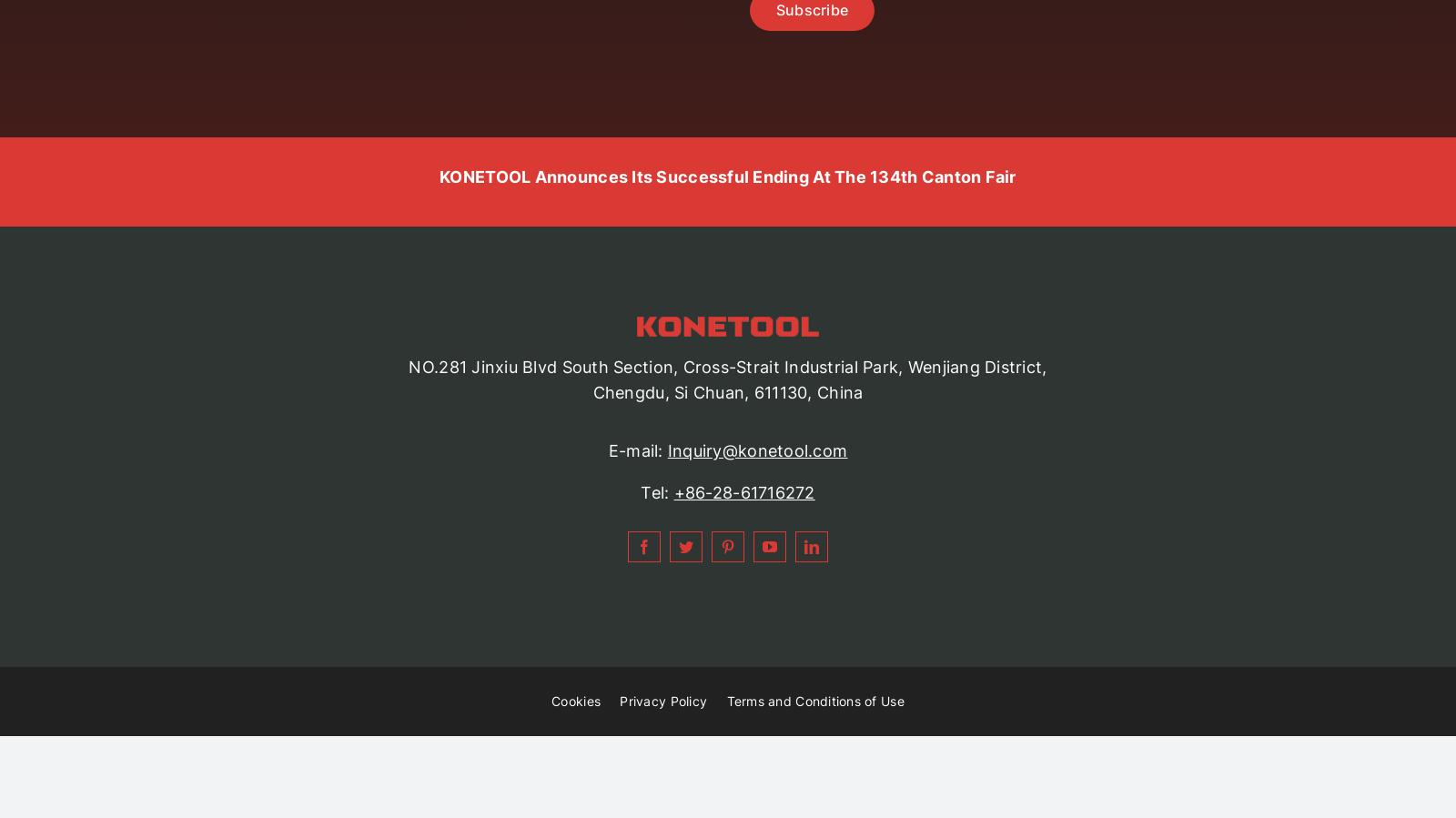 This screenshot has width=1456, height=818. What do you see at coordinates (608, 450) in the screenshot?
I see `'E-mail:'` at bounding box center [608, 450].